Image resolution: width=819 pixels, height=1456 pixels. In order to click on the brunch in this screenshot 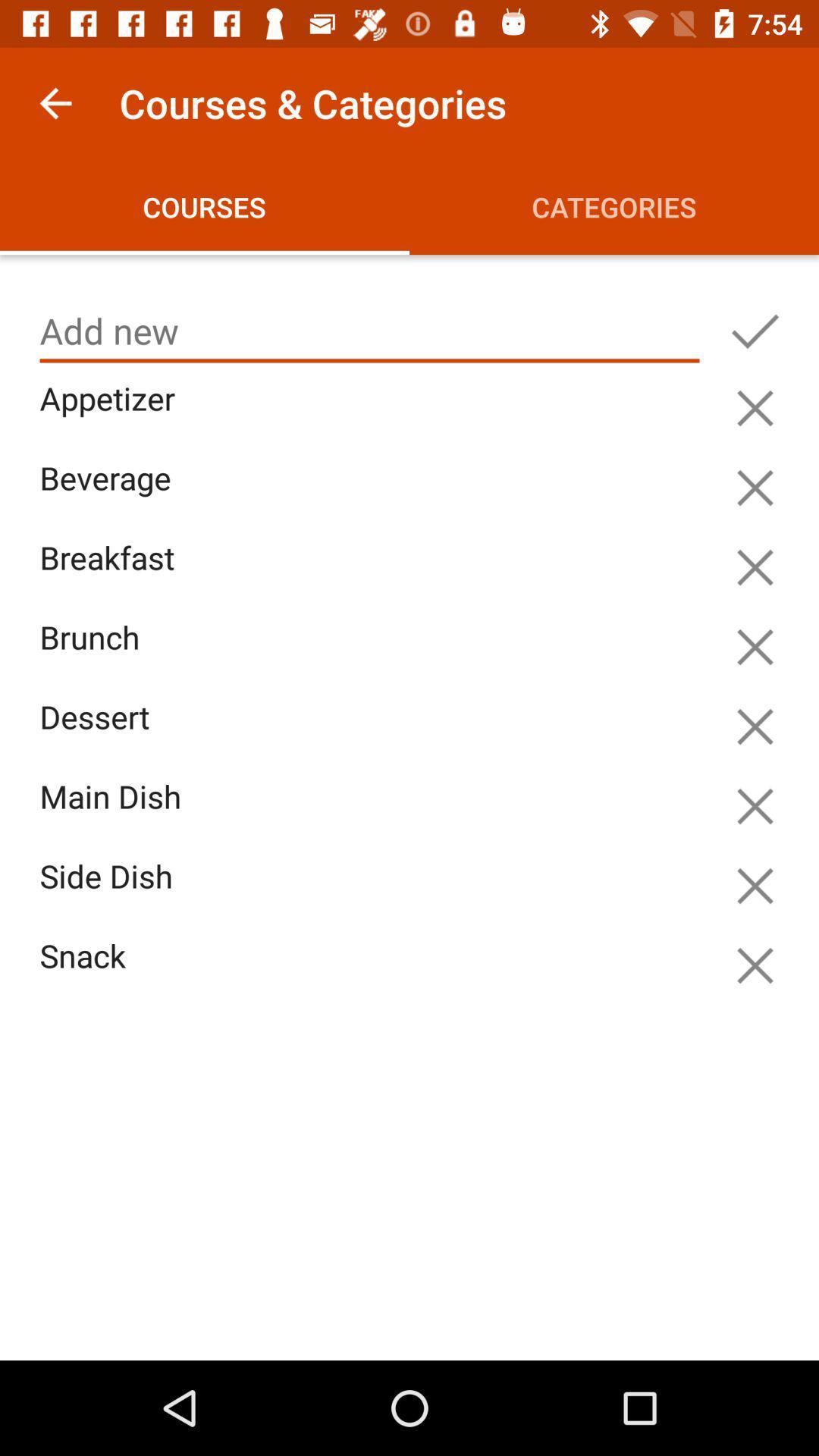, I will do `click(373, 655)`.